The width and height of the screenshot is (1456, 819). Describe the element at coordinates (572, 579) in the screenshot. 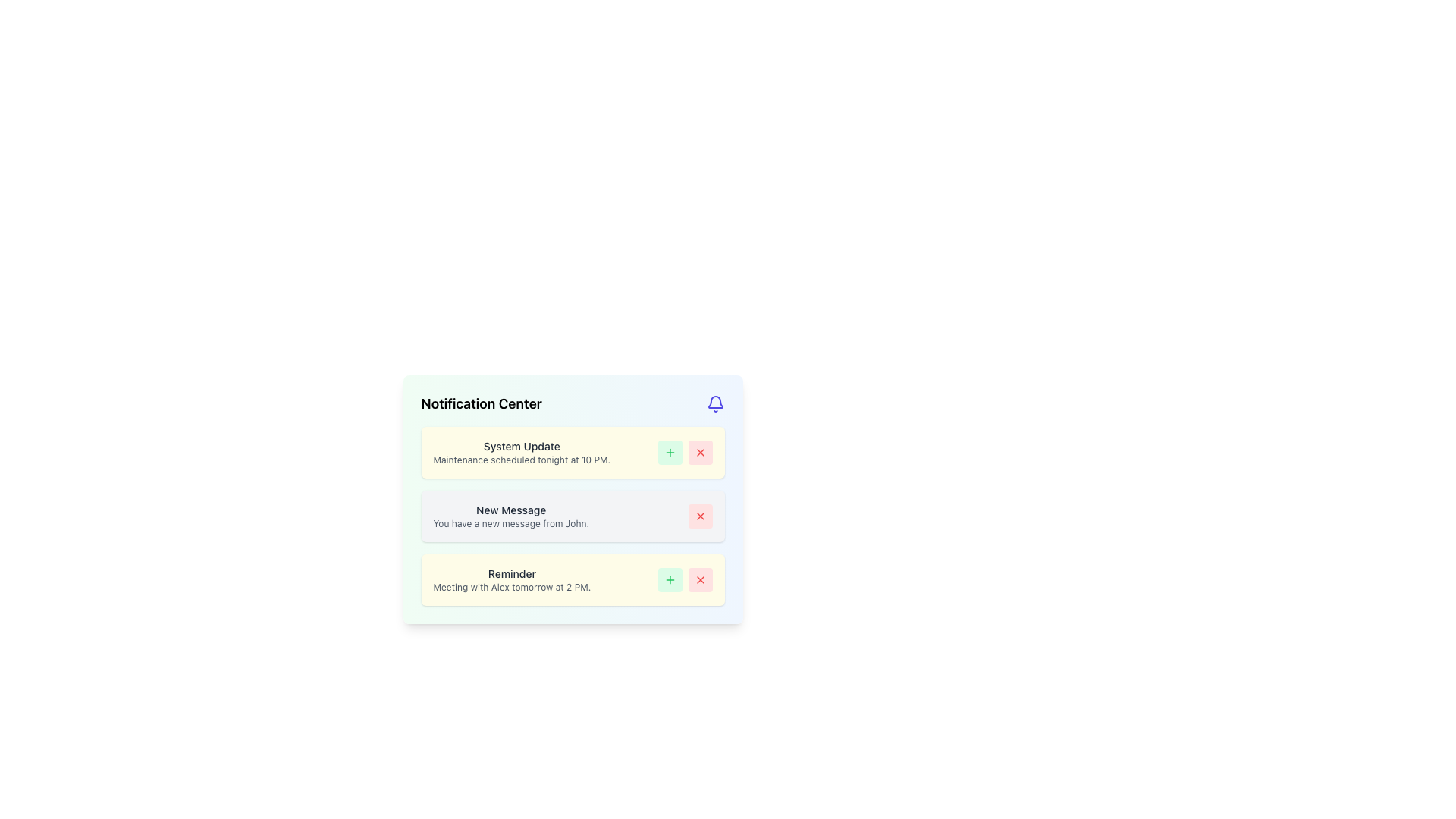

I see `the green plus button on the Reminder notification box to confirm the reminder` at that location.